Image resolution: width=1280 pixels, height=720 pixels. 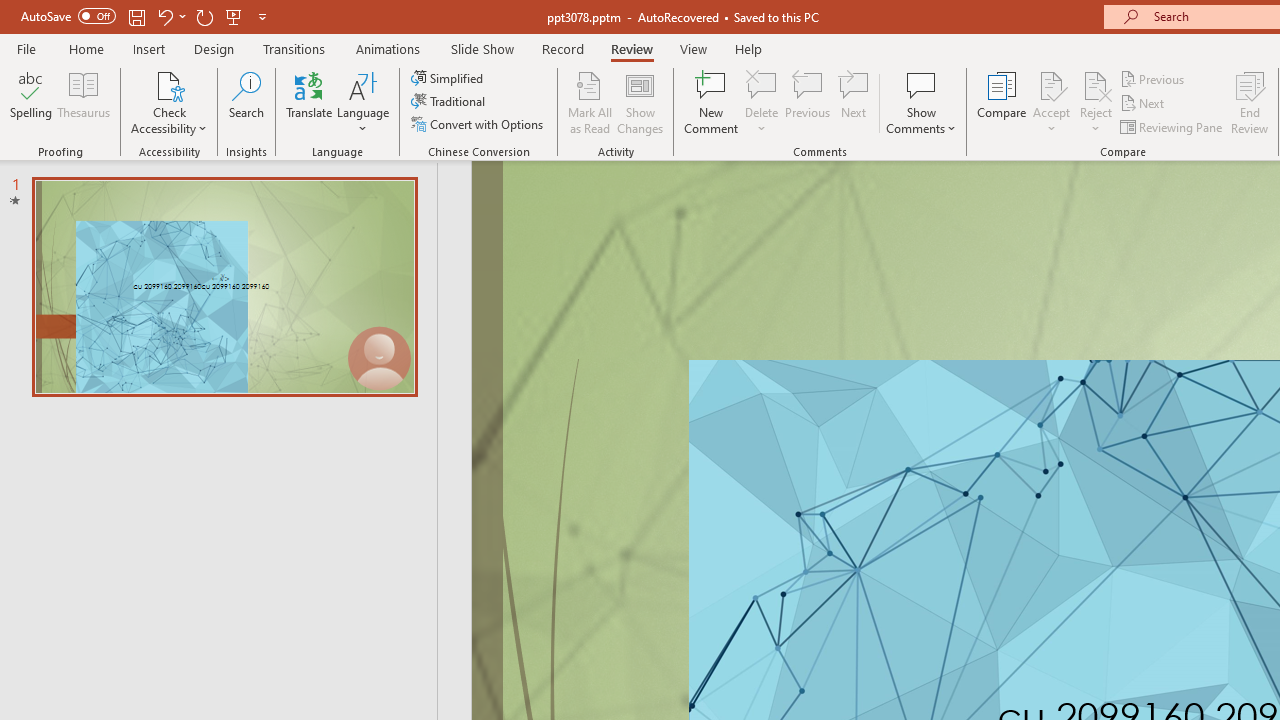 I want to click on 'Delete', so click(x=761, y=103).